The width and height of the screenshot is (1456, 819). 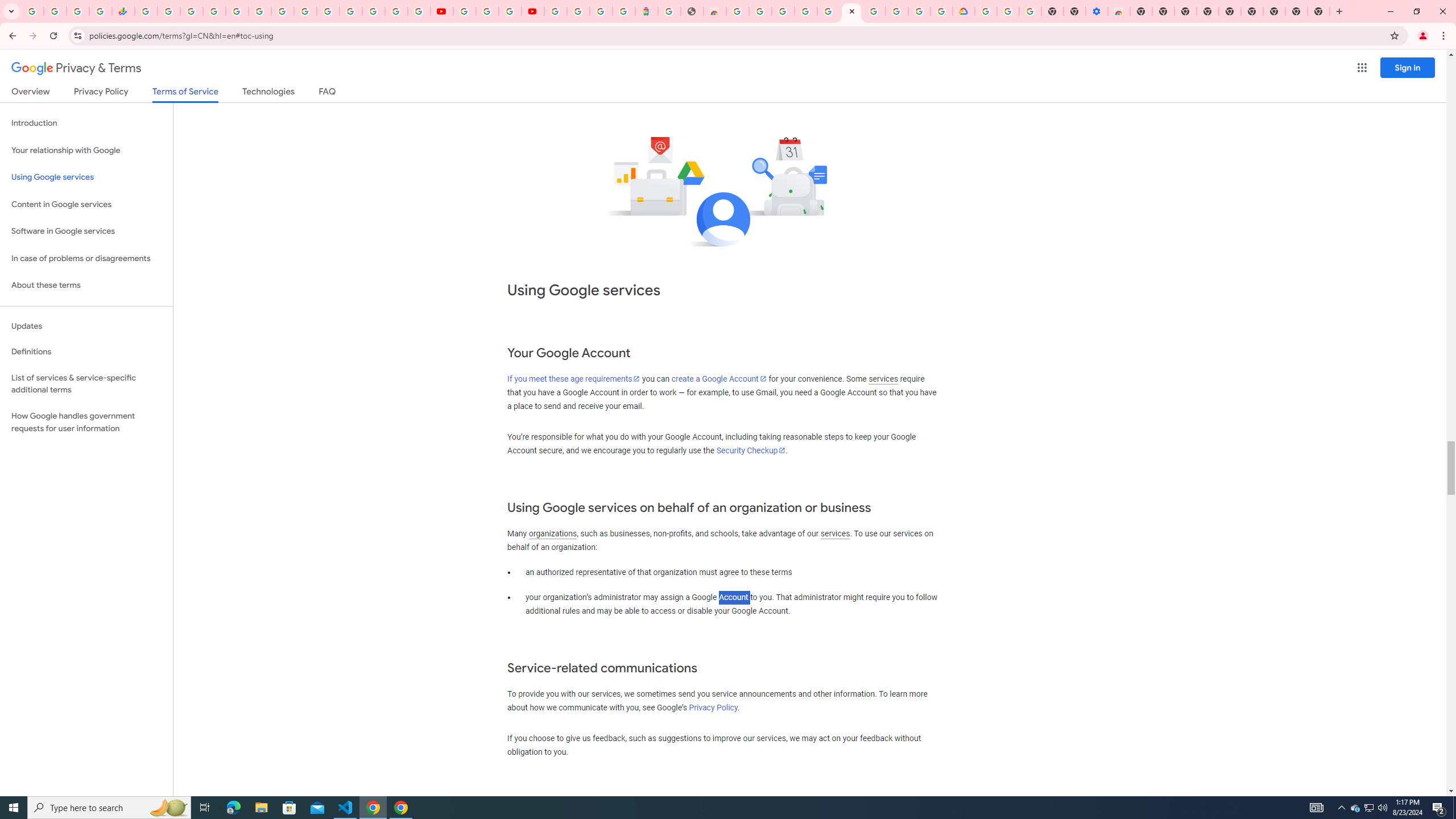 What do you see at coordinates (1118, 11) in the screenshot?
I see `'Chrome Web Store - Accessibility extensions'` at bounding box center [1118, 11].